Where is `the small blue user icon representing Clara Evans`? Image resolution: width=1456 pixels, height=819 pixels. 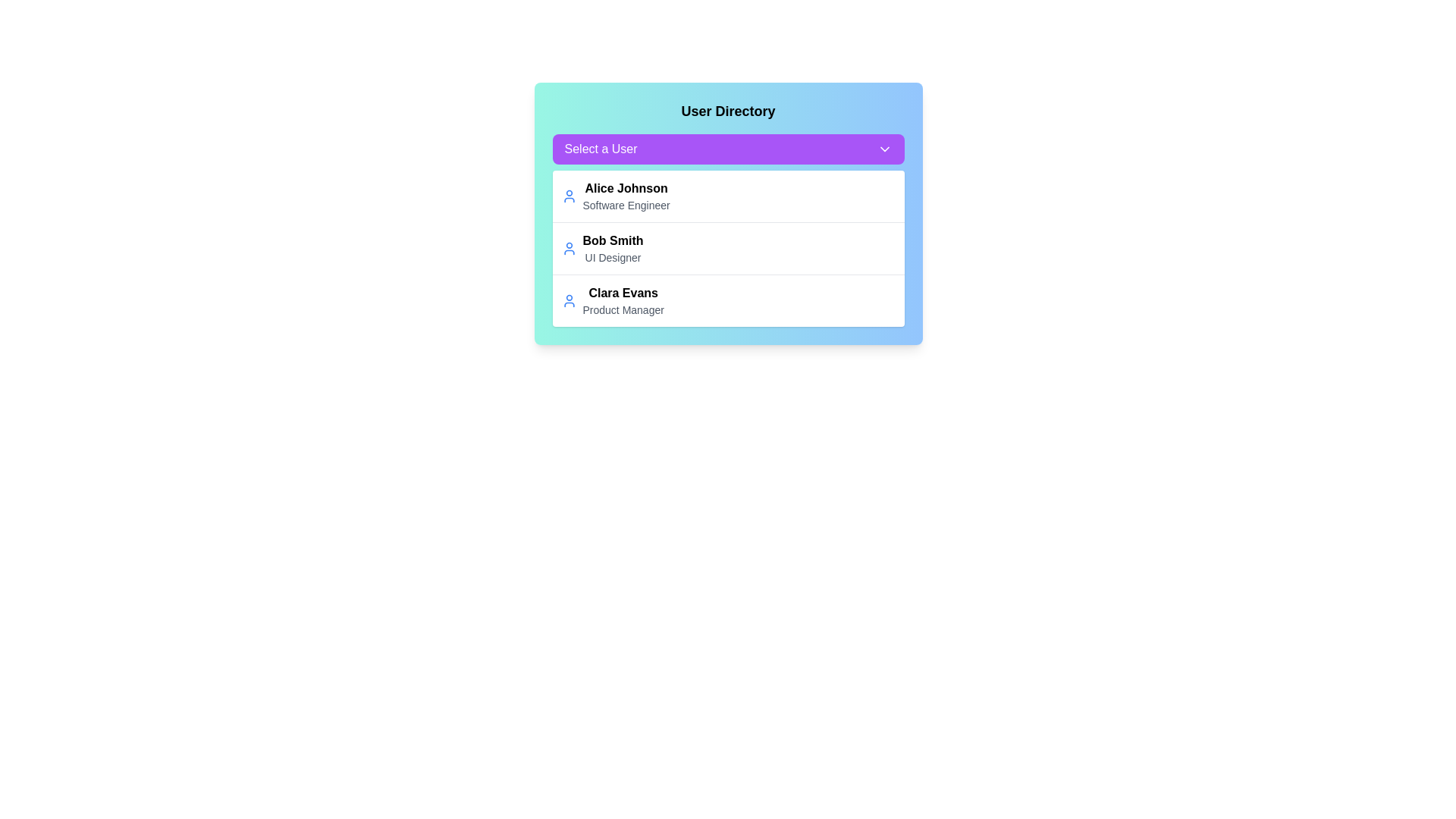
the small blue user icon representing Clara Evans is located at coordinates (568, 301).